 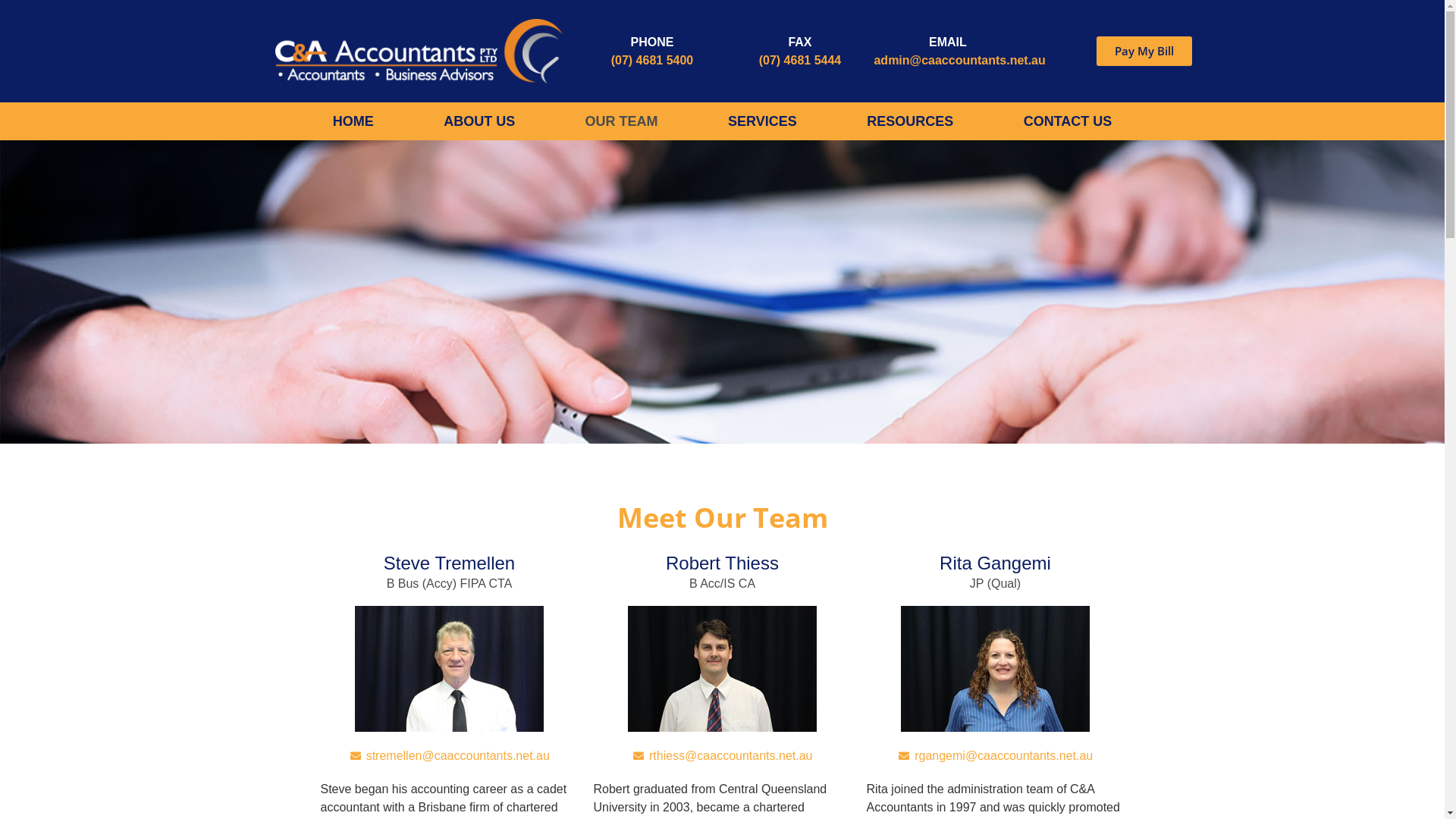 I want to click on 'Pay My Bill', so click(x=1144, y=50).